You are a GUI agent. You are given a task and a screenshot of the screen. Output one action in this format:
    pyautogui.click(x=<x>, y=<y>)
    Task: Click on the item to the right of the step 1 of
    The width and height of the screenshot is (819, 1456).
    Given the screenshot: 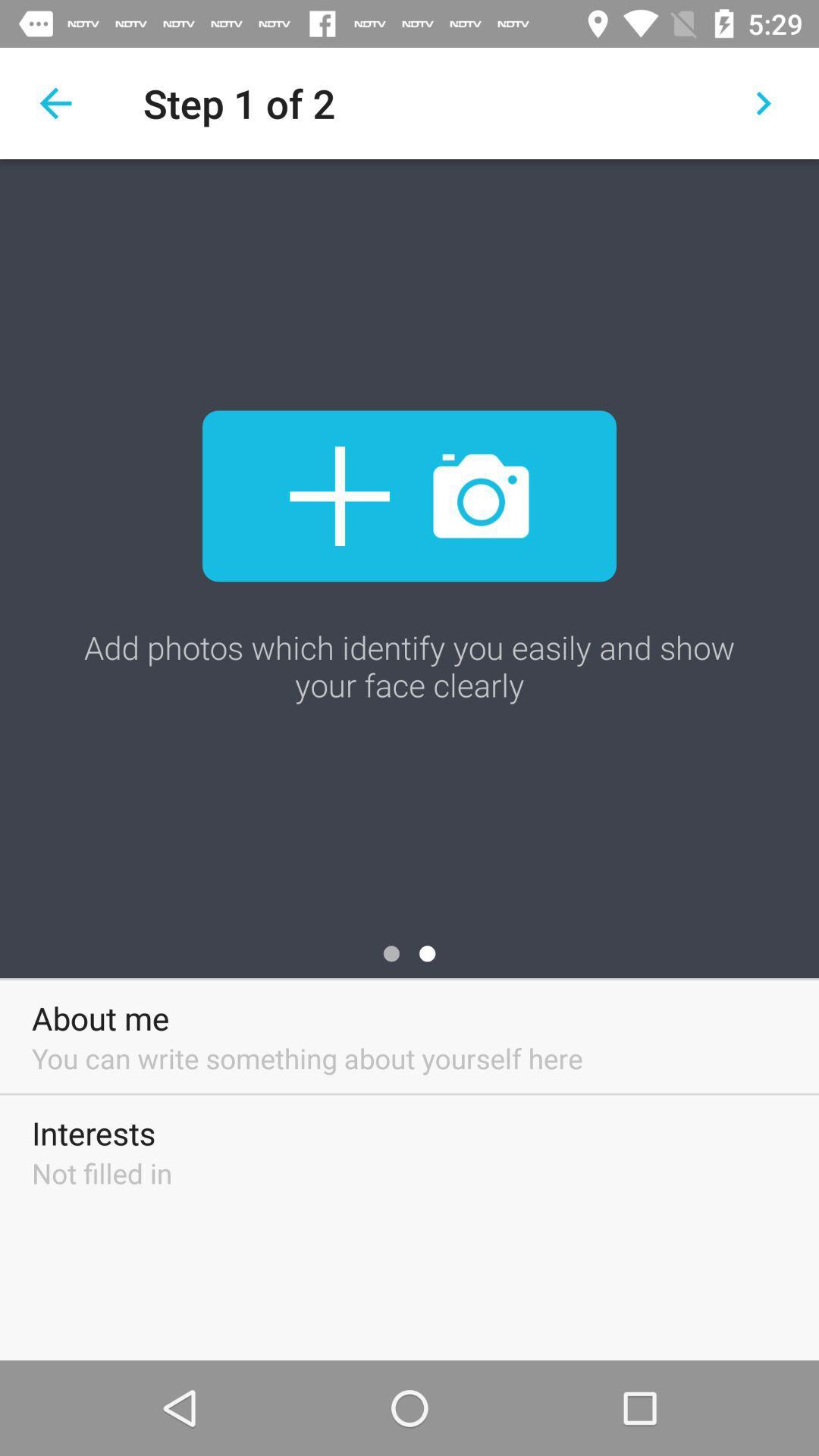 What is the action you would take?
    pyautogui.click(x=763, y=102)
    